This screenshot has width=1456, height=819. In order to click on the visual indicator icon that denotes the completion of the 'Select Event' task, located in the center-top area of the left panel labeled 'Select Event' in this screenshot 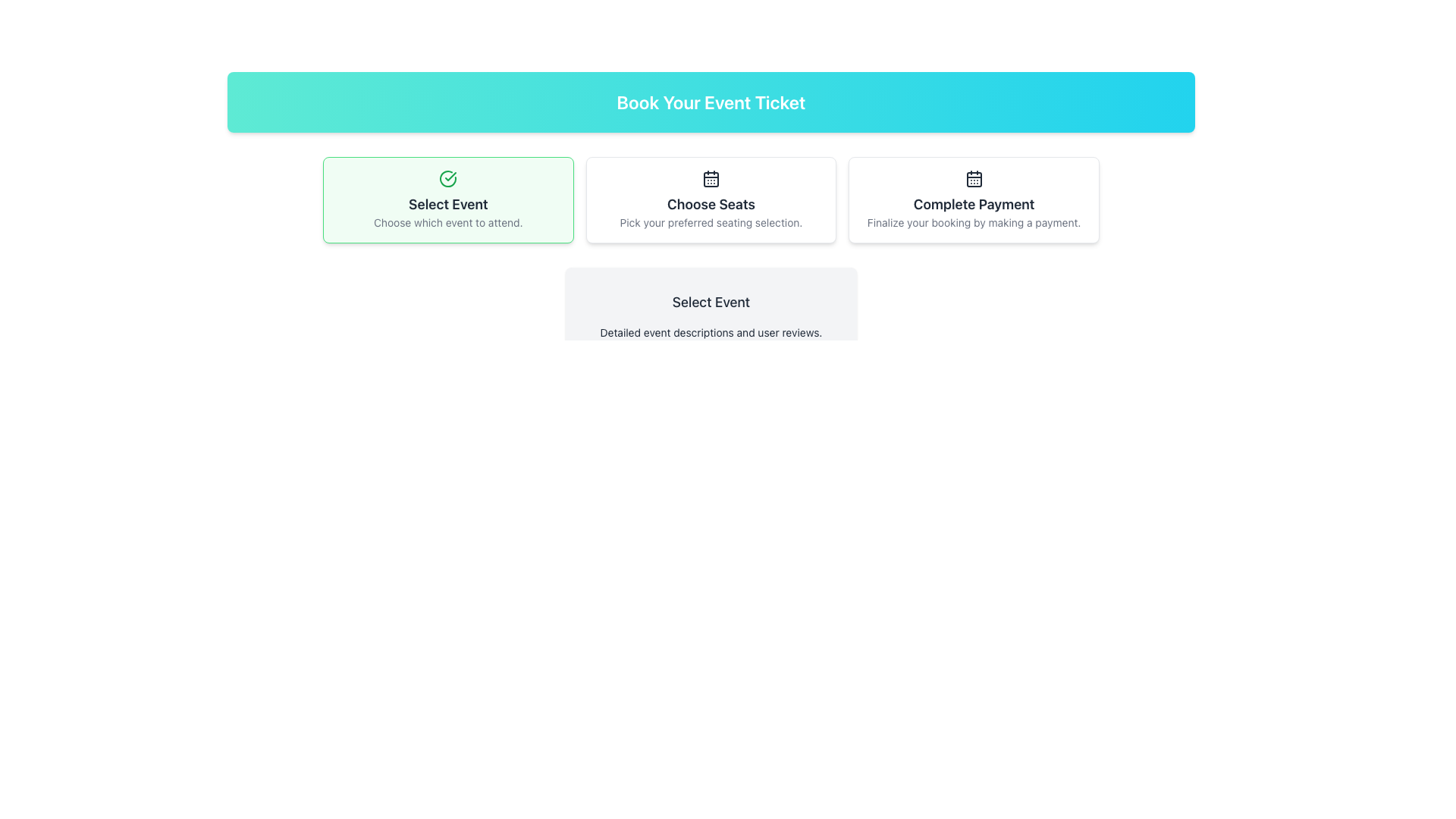, I will do `click(447, 177)`.